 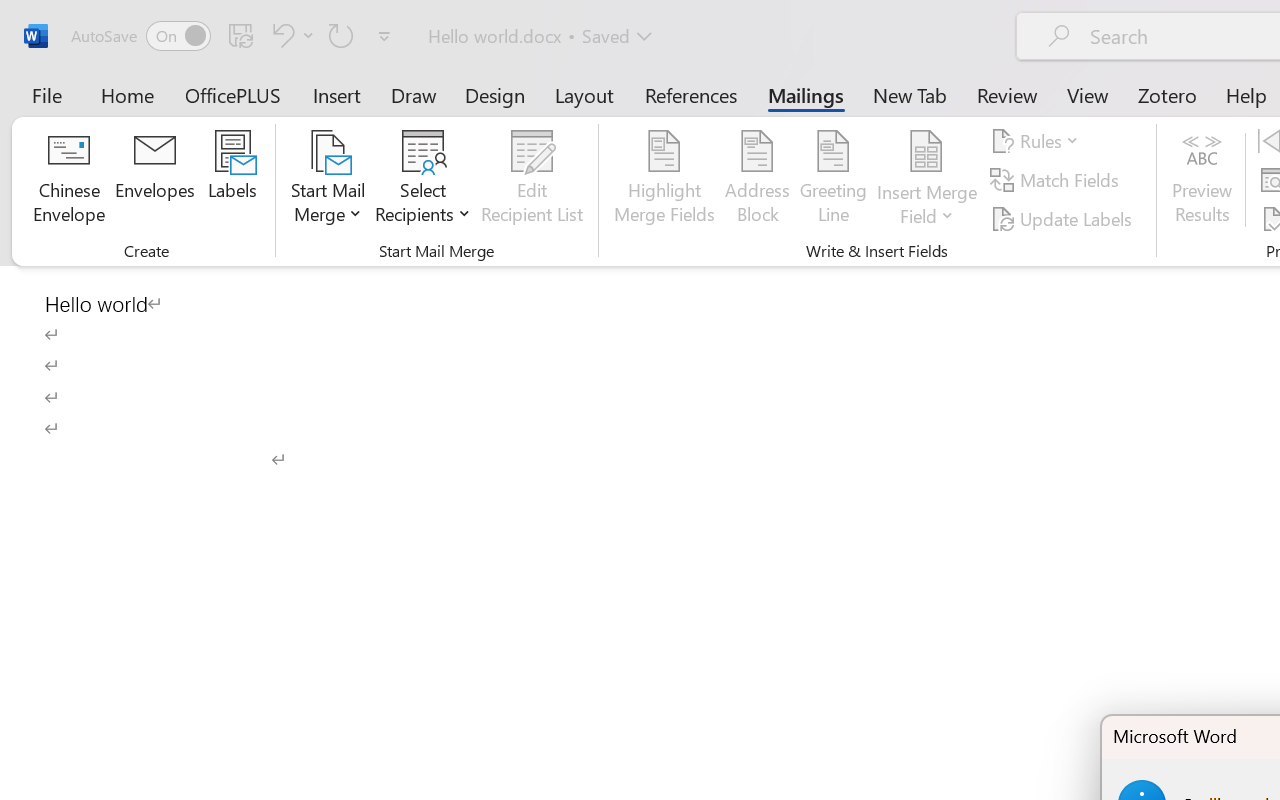 I want to click on 'OfficePLUS', so click(x=233, y=94).